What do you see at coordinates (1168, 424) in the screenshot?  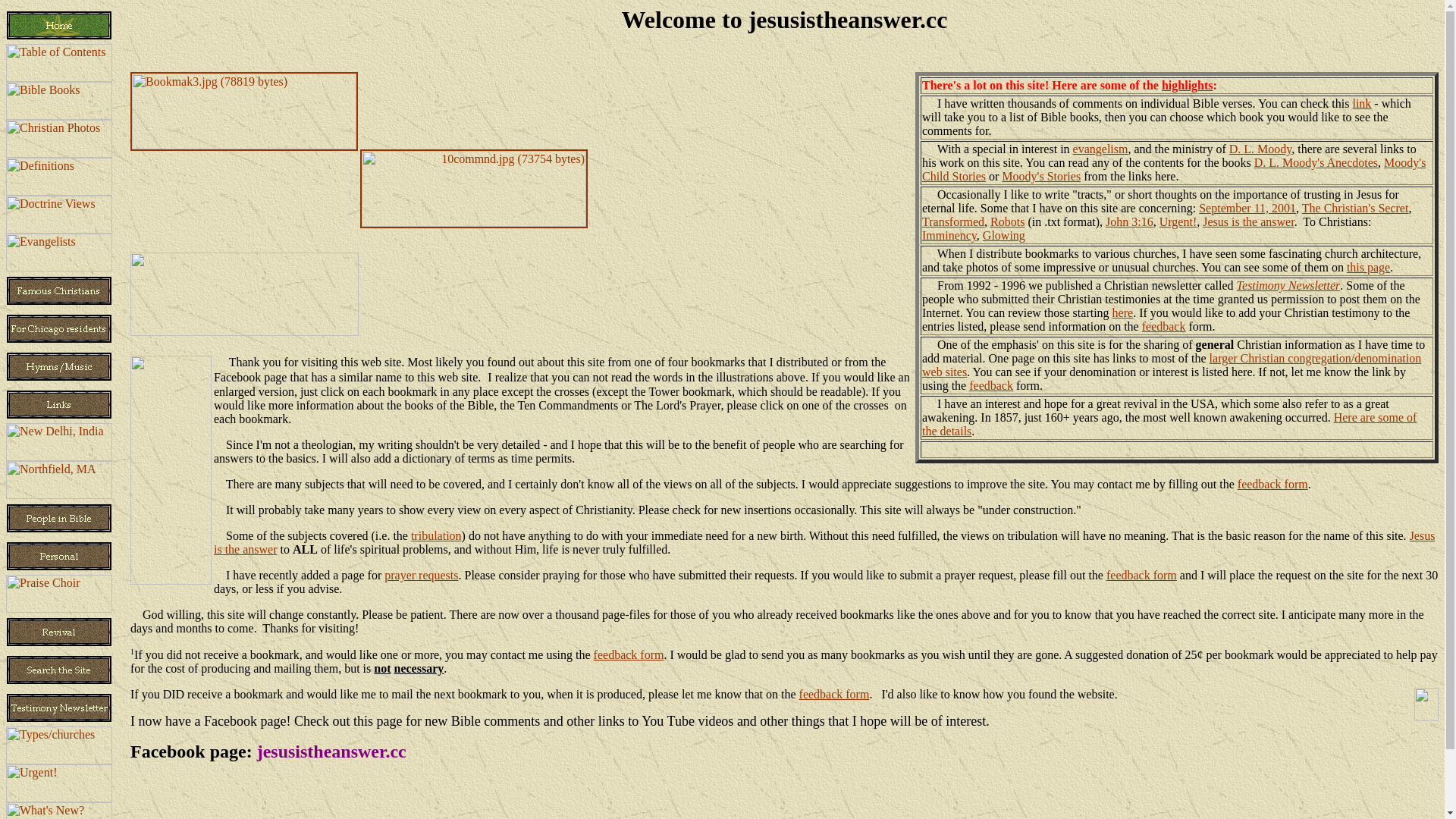 I see `'Here are some of the details'` at bounding box center [1168, 424].